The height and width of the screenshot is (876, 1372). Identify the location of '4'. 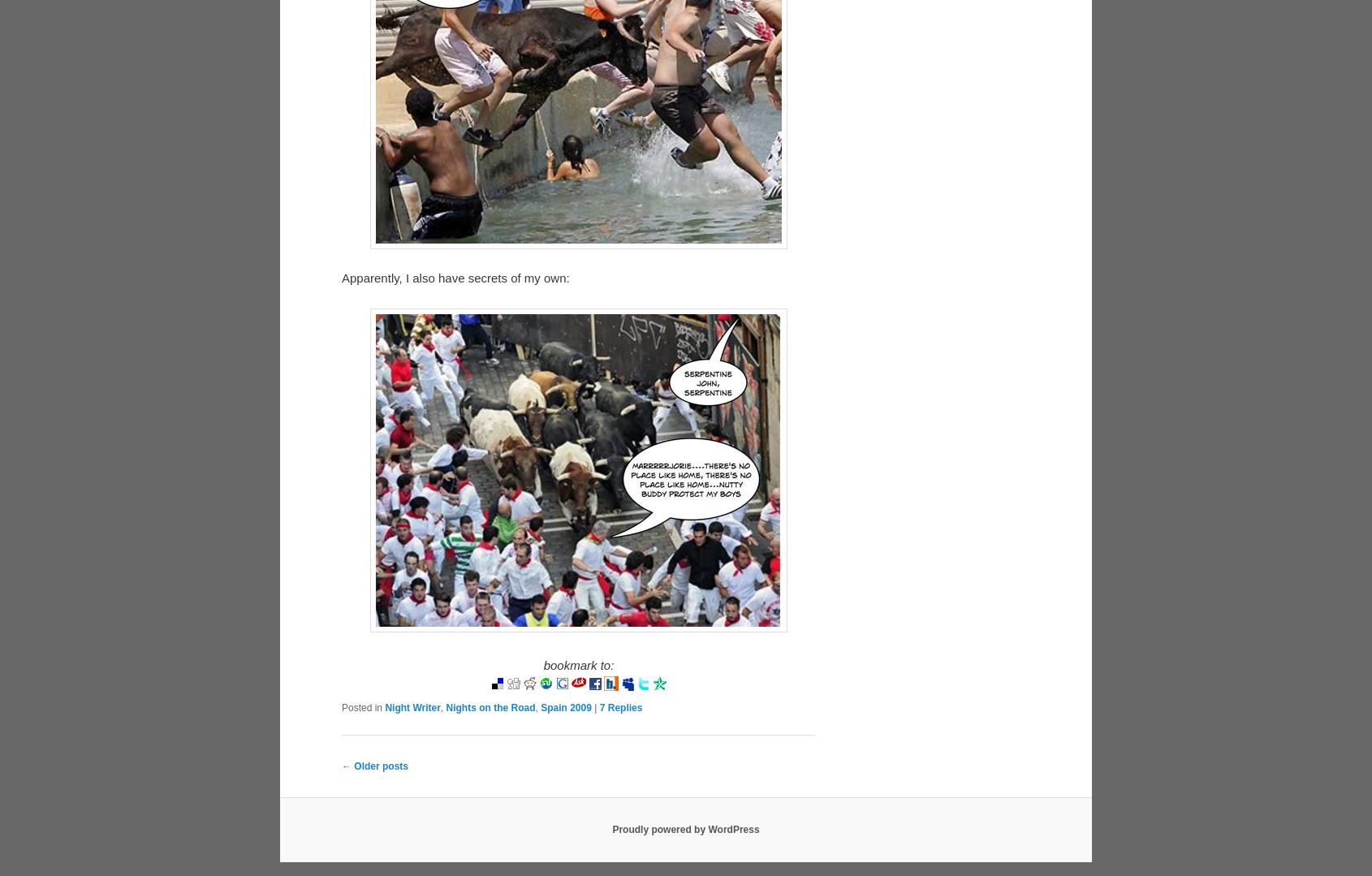
(601, 744).